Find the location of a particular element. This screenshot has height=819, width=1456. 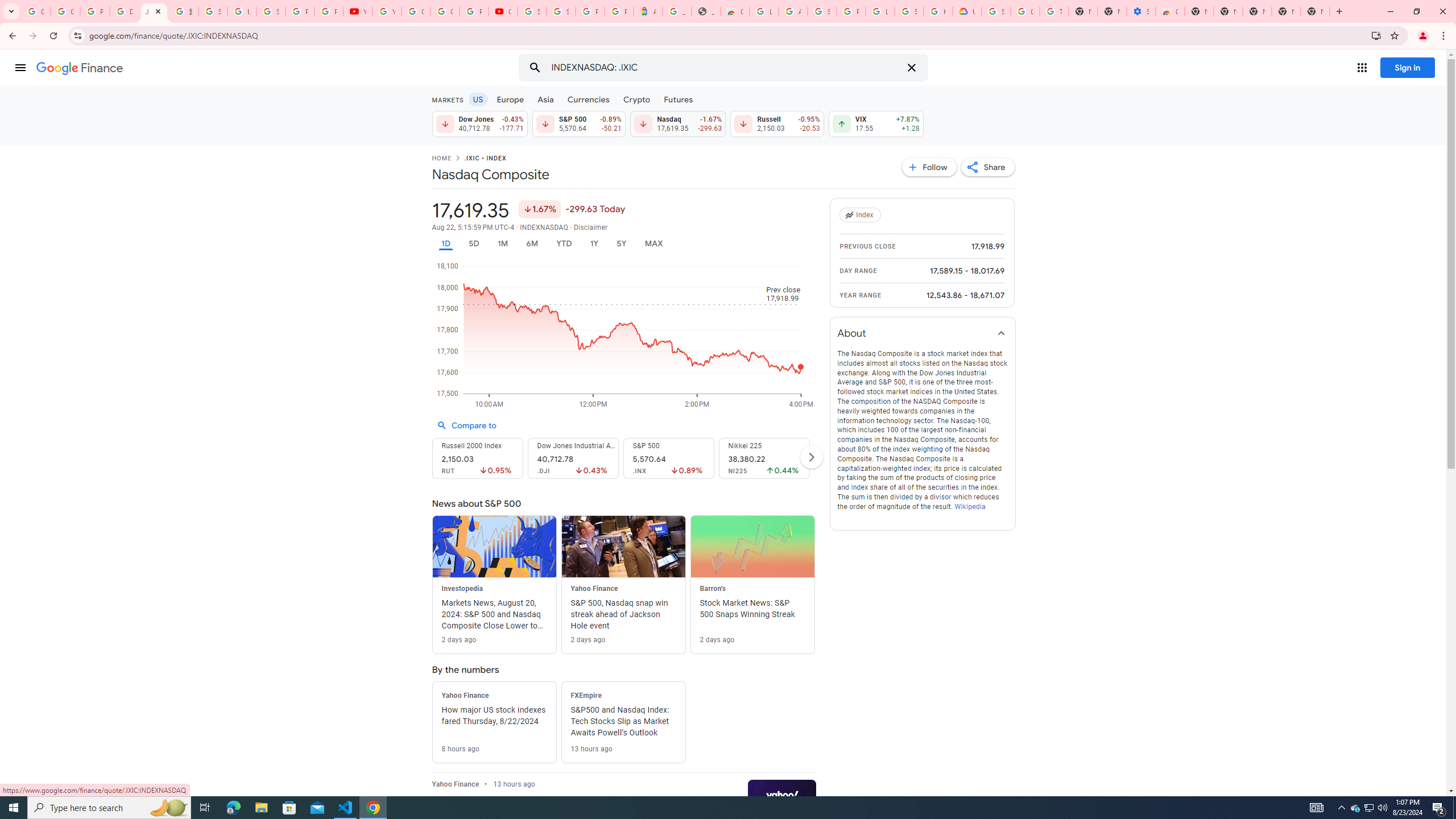

'Index' is located at coordinates (862, 215).